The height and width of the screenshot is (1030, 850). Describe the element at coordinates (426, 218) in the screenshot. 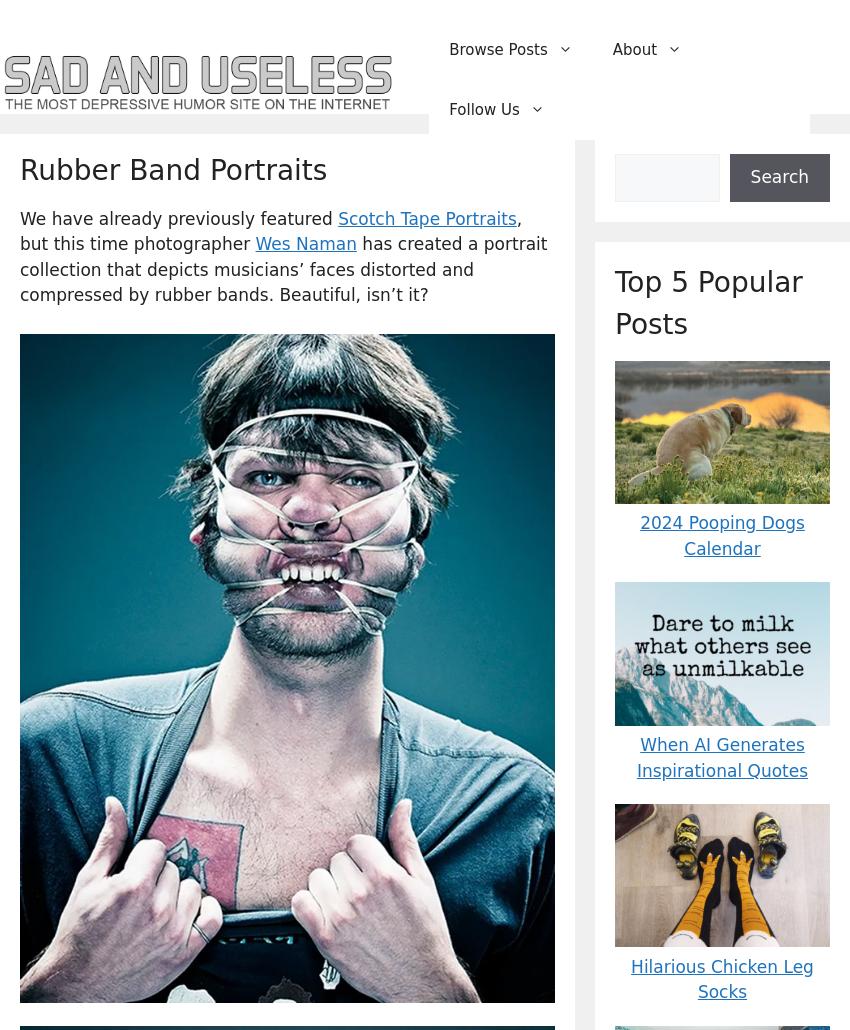

I see `'Scotch Tape Portraits'` at that location.